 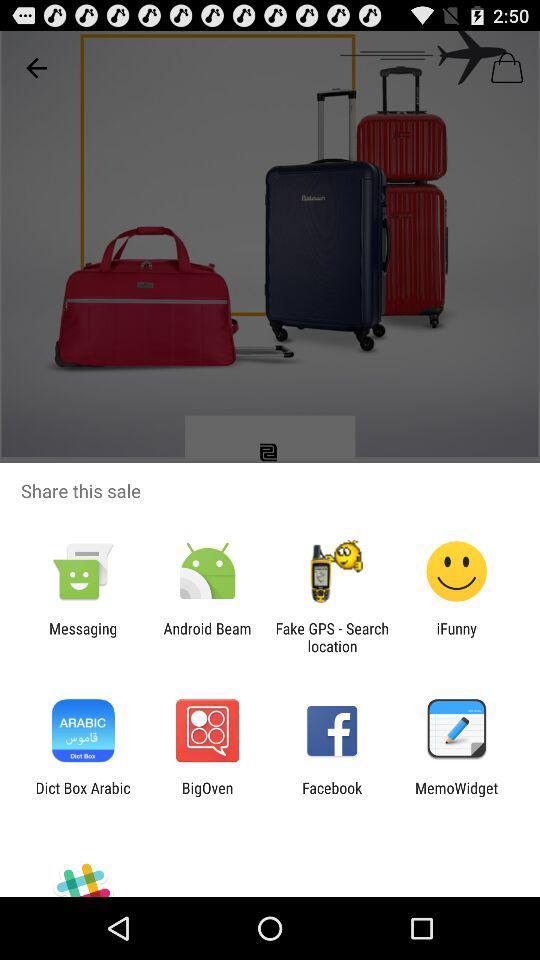 I want to click on the icon to the left of facebook icon, so click(x=206, y=796).